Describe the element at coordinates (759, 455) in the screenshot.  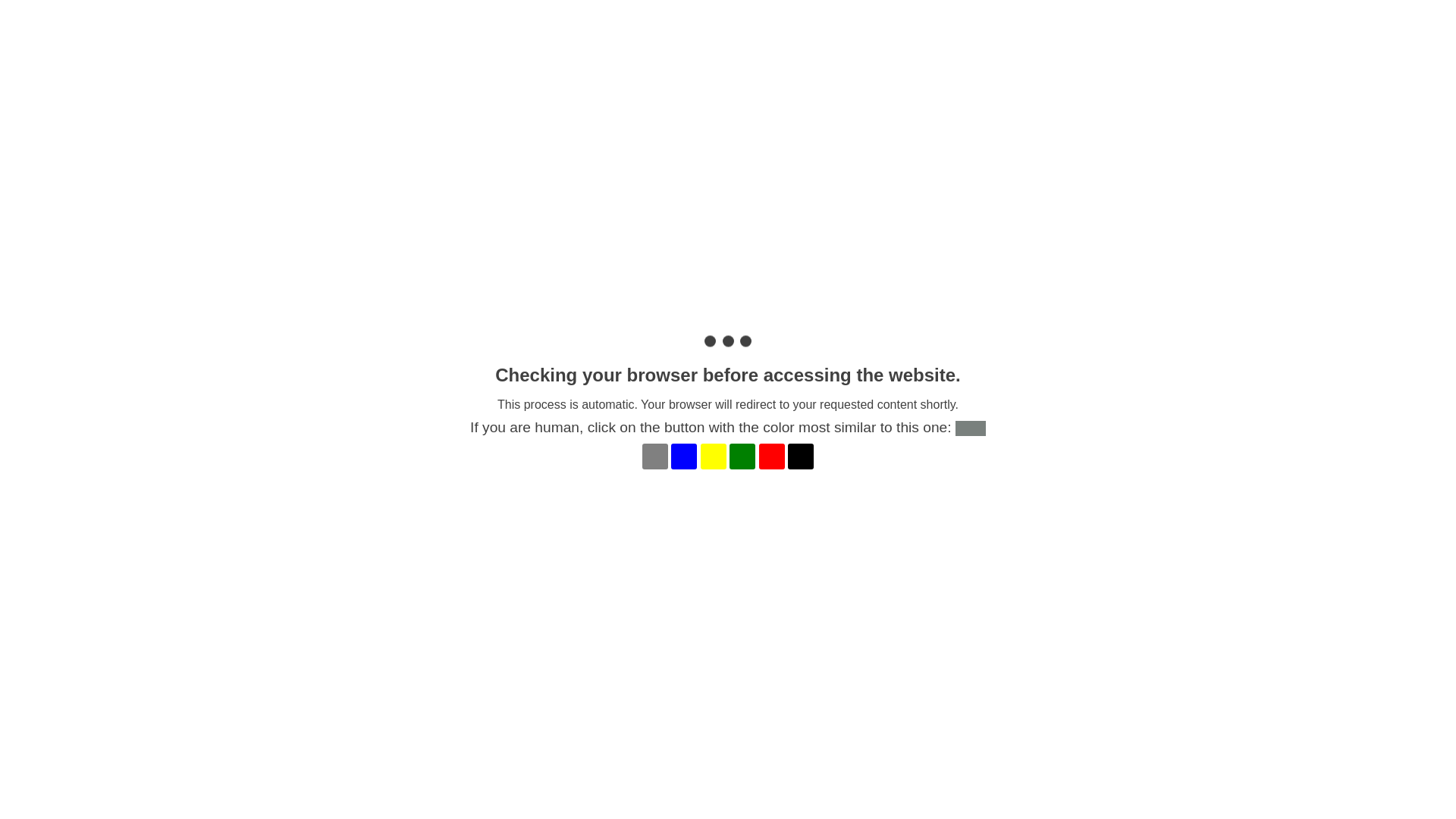
I see `'RED'` at that location.